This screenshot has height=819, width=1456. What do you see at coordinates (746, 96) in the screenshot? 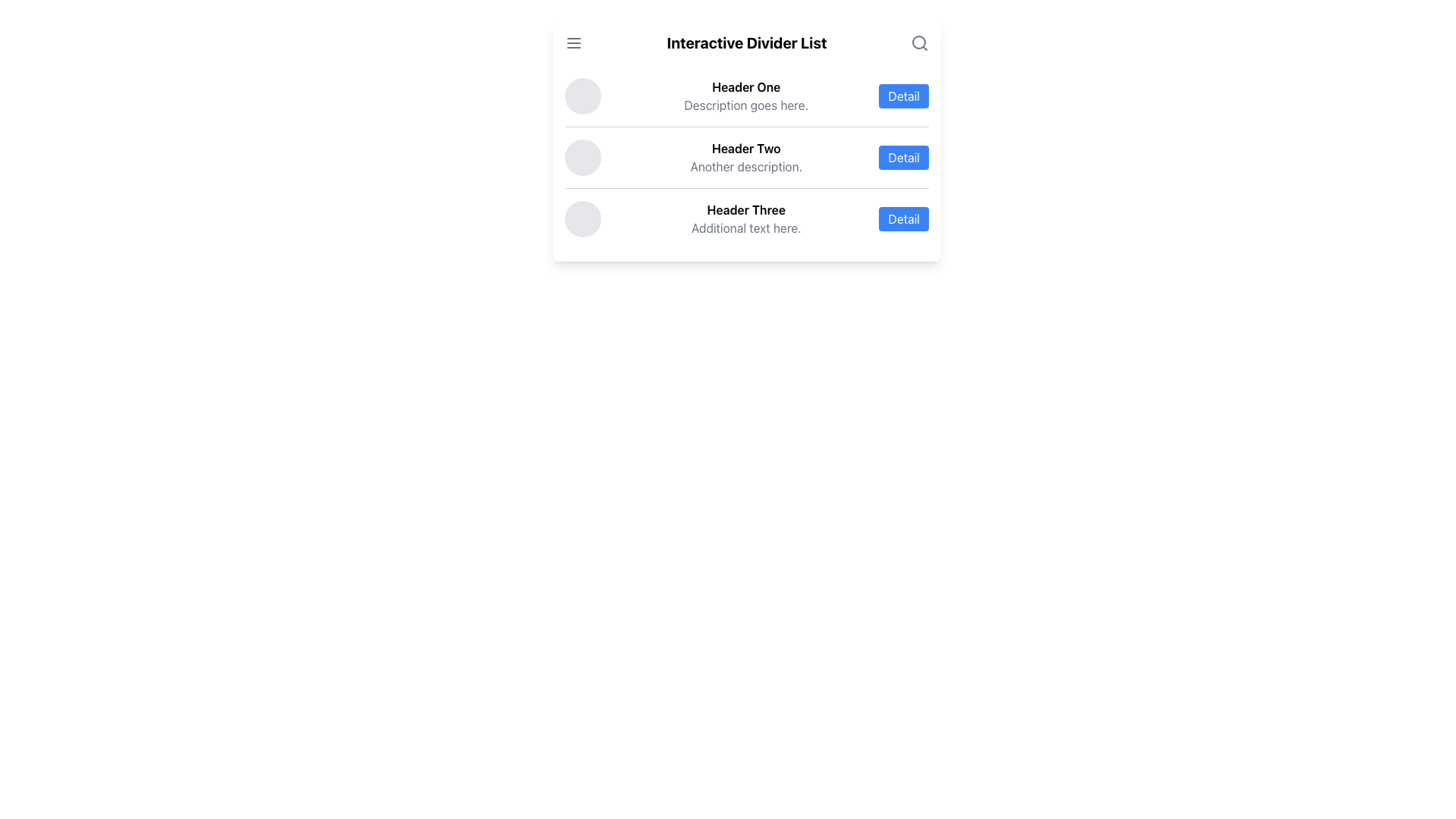
I see `the first list item text that says 'Header One'` at bounding box center [746, 96].